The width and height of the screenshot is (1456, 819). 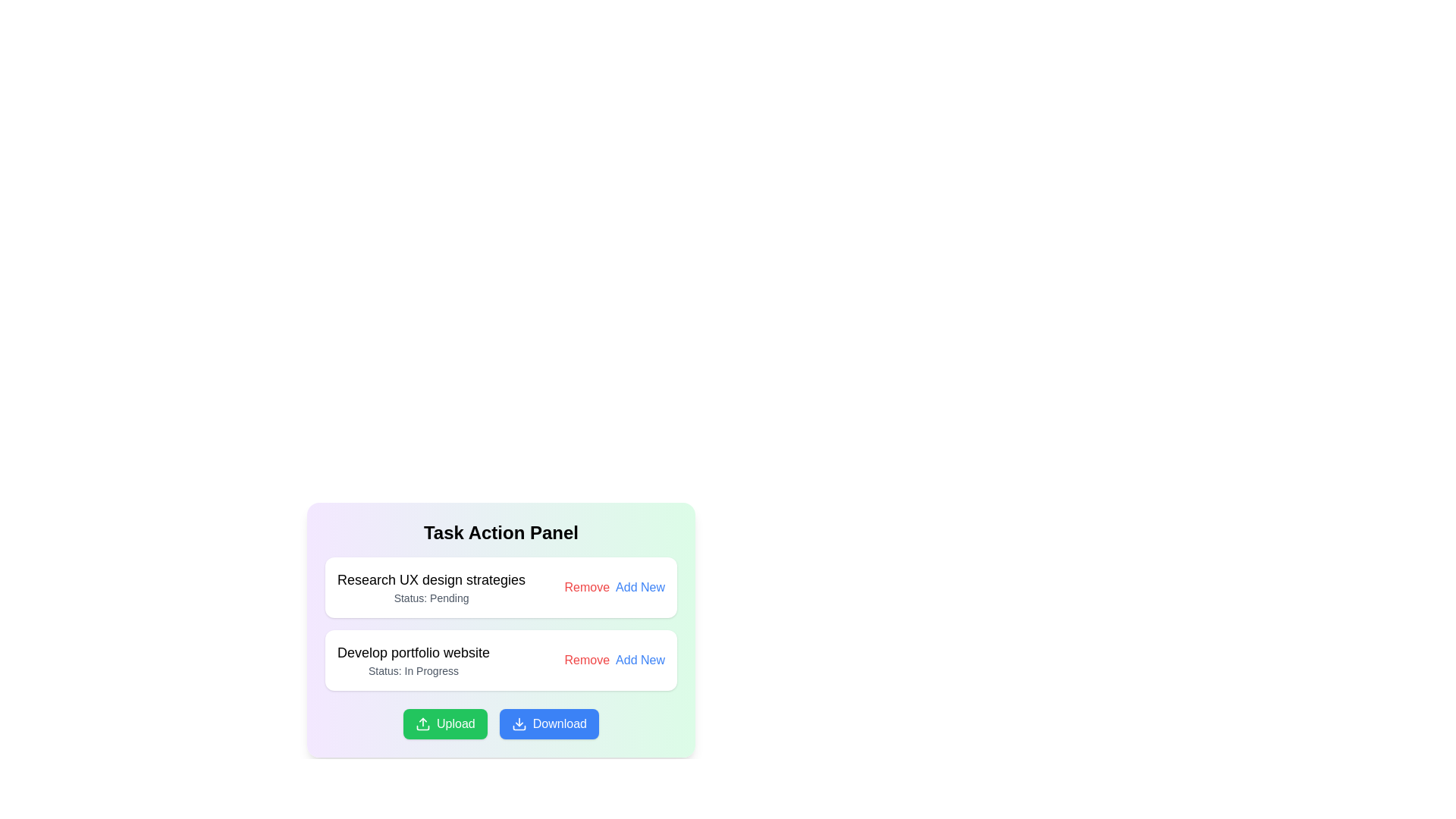 What do you see at coordinates (519, 723) in the screenshot?
I see `the download icon, which is a blue and white downward arrow located to the left of the 'Download' button at the lower right of the task panel interface` at bounding box center [519, 723].